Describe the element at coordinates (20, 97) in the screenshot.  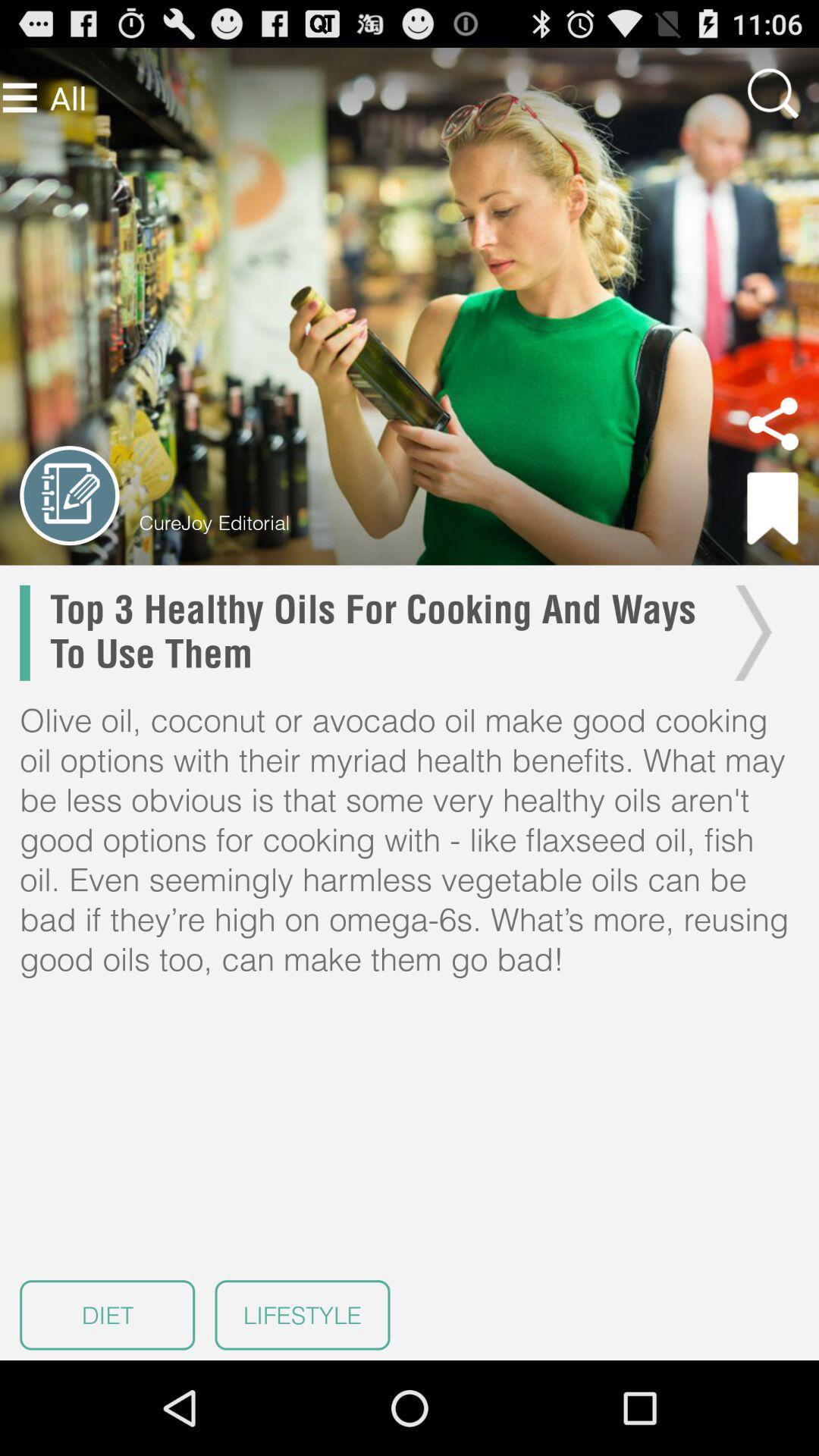
I see `to more options open to more options` at that location.